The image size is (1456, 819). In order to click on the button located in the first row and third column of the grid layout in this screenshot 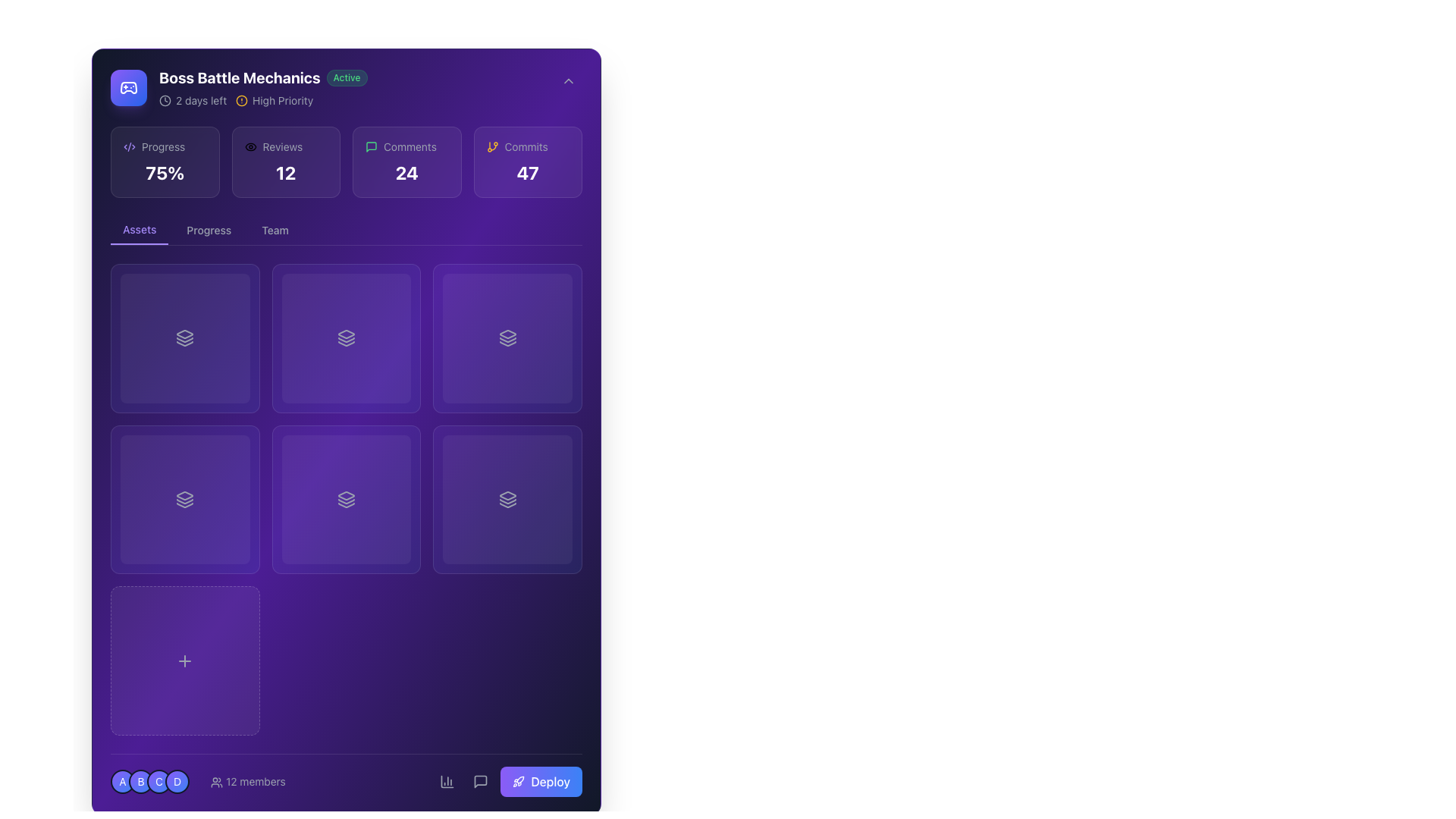, I will do `click(507, 337)`.